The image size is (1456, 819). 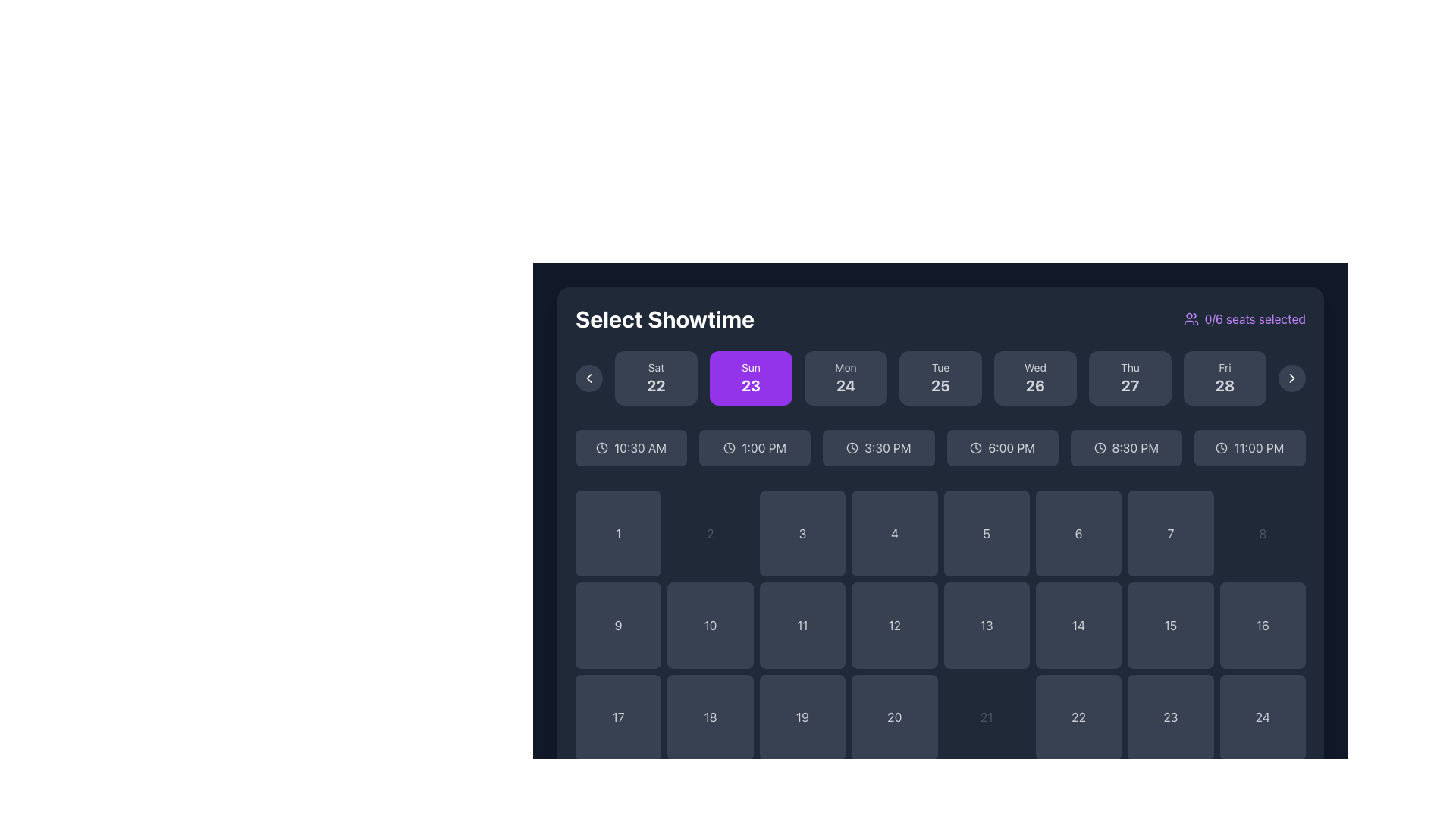 What do you see at coordinates (1012, 447) in the screenshot?
I see `the static text element displaying '6:00 PM' within the button component` at bounding box center [1012, 447].